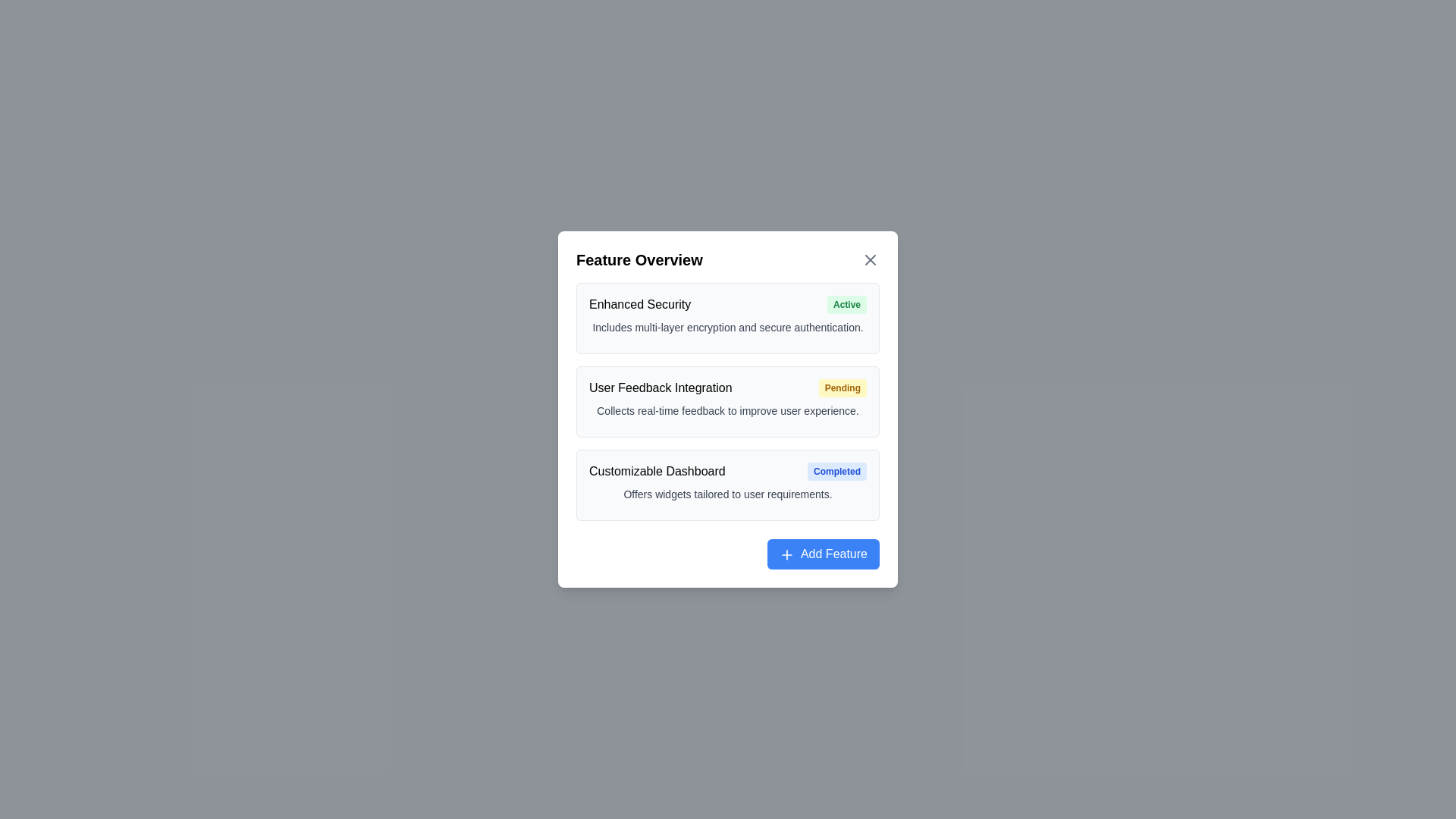 This screenshot has width=1456, height=819. Describe the element at coordinates (657, 470) in the screenshot. I see `the static text label 'Customizable Dashboard' located in the dialog box above the phrase 'Offers widgets tailored to user requirements'` at that location.